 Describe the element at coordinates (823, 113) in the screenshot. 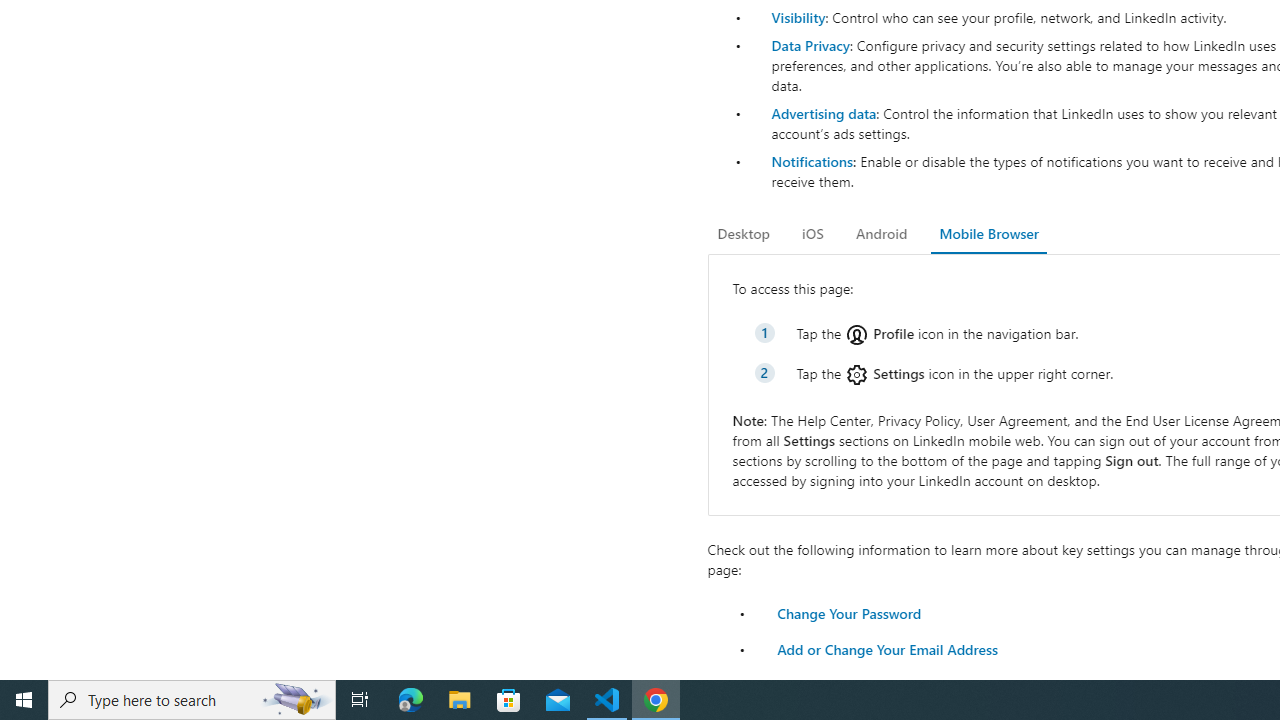

I see `'Advertising data'` at that location.